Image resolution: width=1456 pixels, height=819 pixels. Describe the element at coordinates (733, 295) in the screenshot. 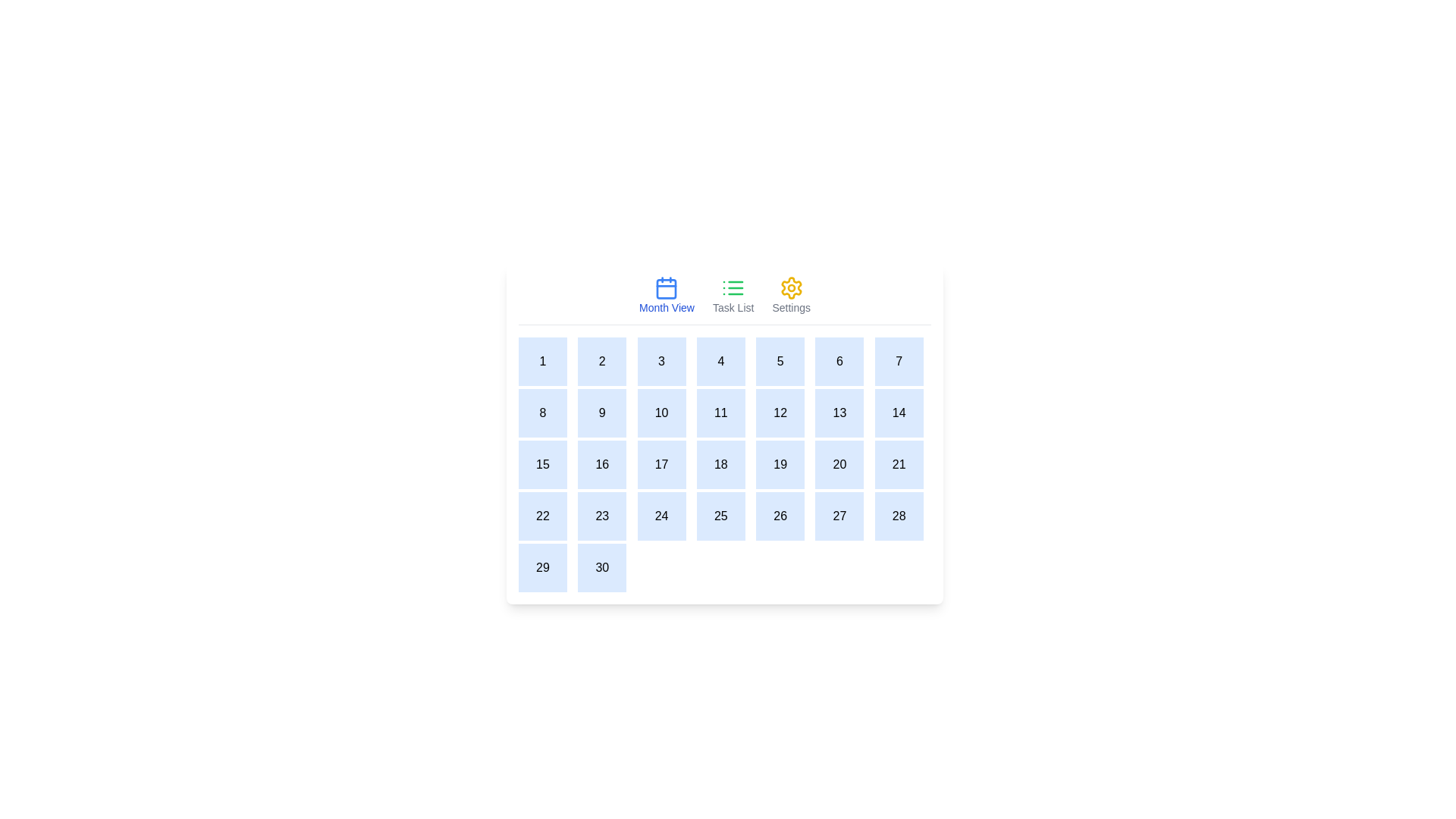

I see `the 'Task List' tab to switch to the task list view` at that location.